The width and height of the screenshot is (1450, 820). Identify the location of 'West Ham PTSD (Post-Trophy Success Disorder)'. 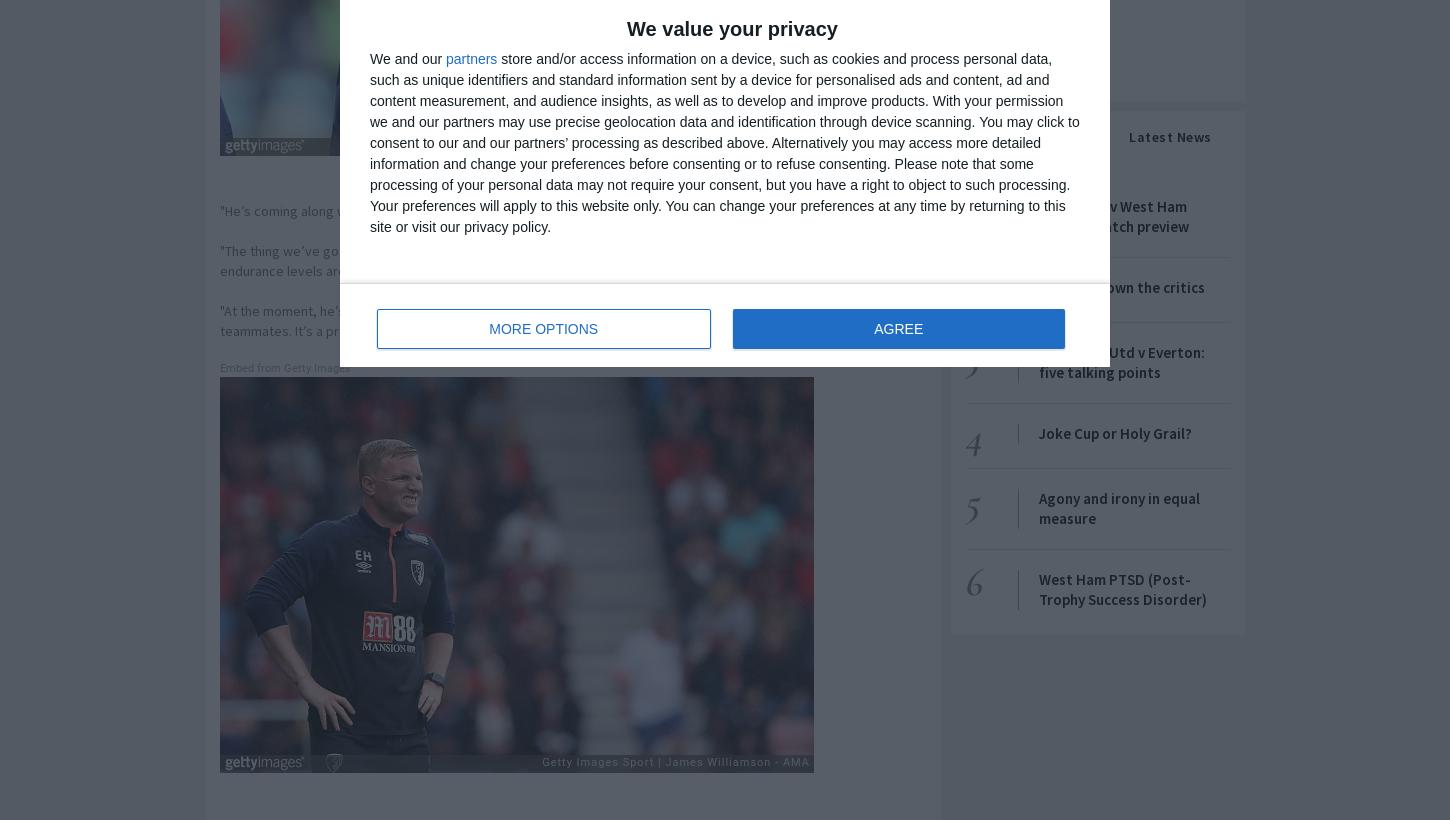
(1039, 588).